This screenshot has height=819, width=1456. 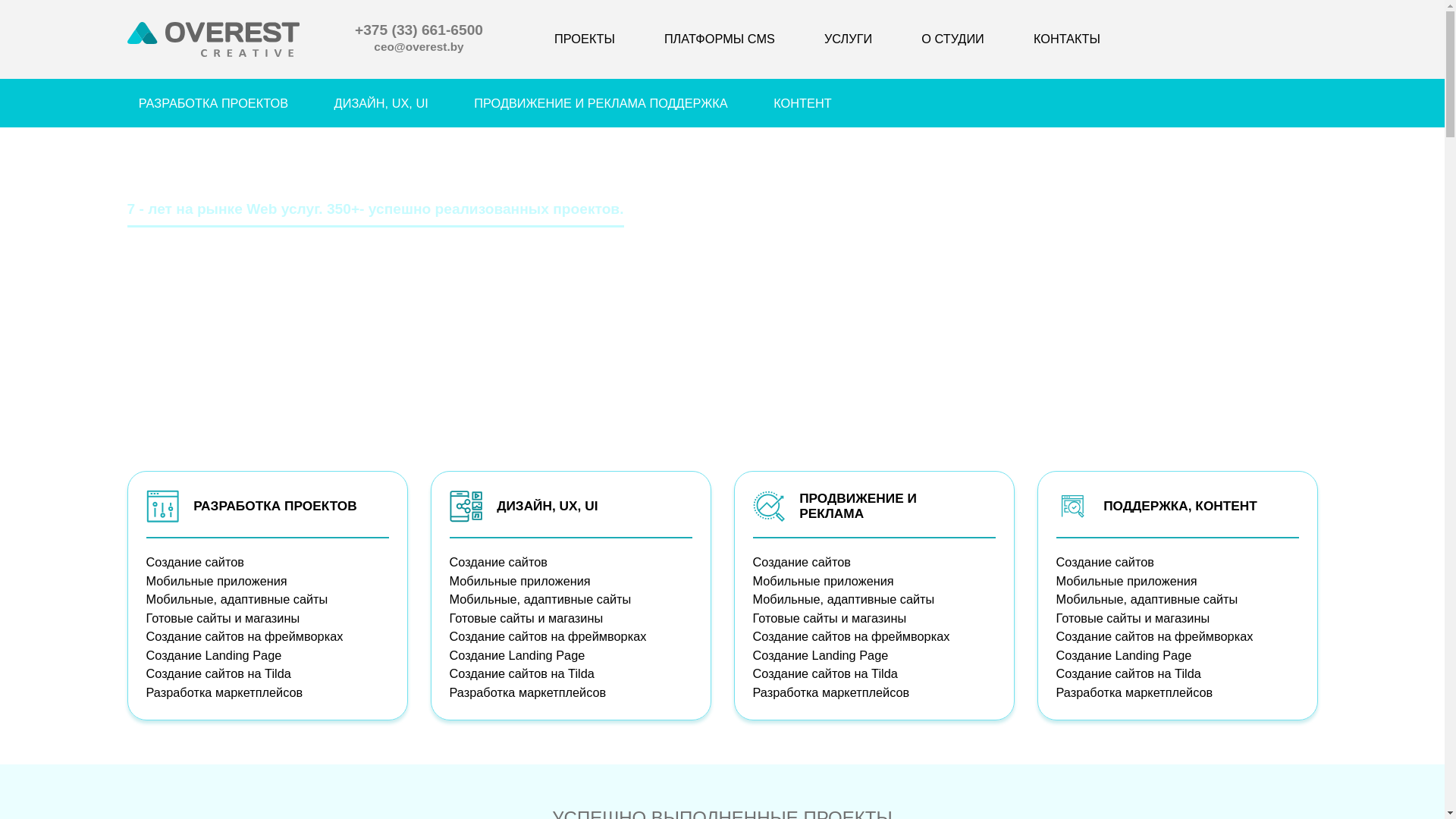 What do you see at coordinates (419, 32) in the screenshot?
I see `'+375 (33) 661-6500'` at bounding box center [419, 32].